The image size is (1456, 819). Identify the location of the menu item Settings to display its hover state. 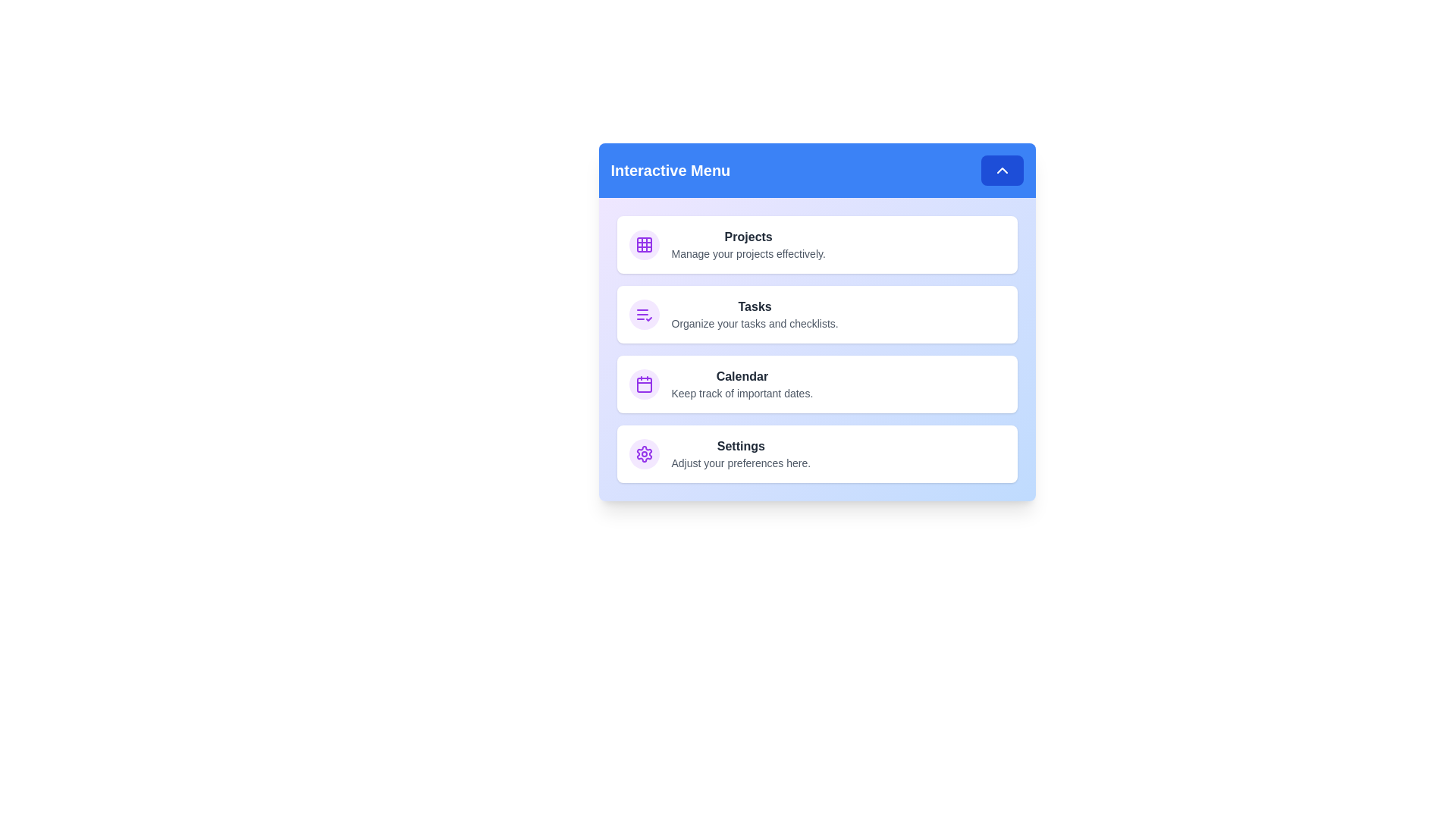
(816, 453).